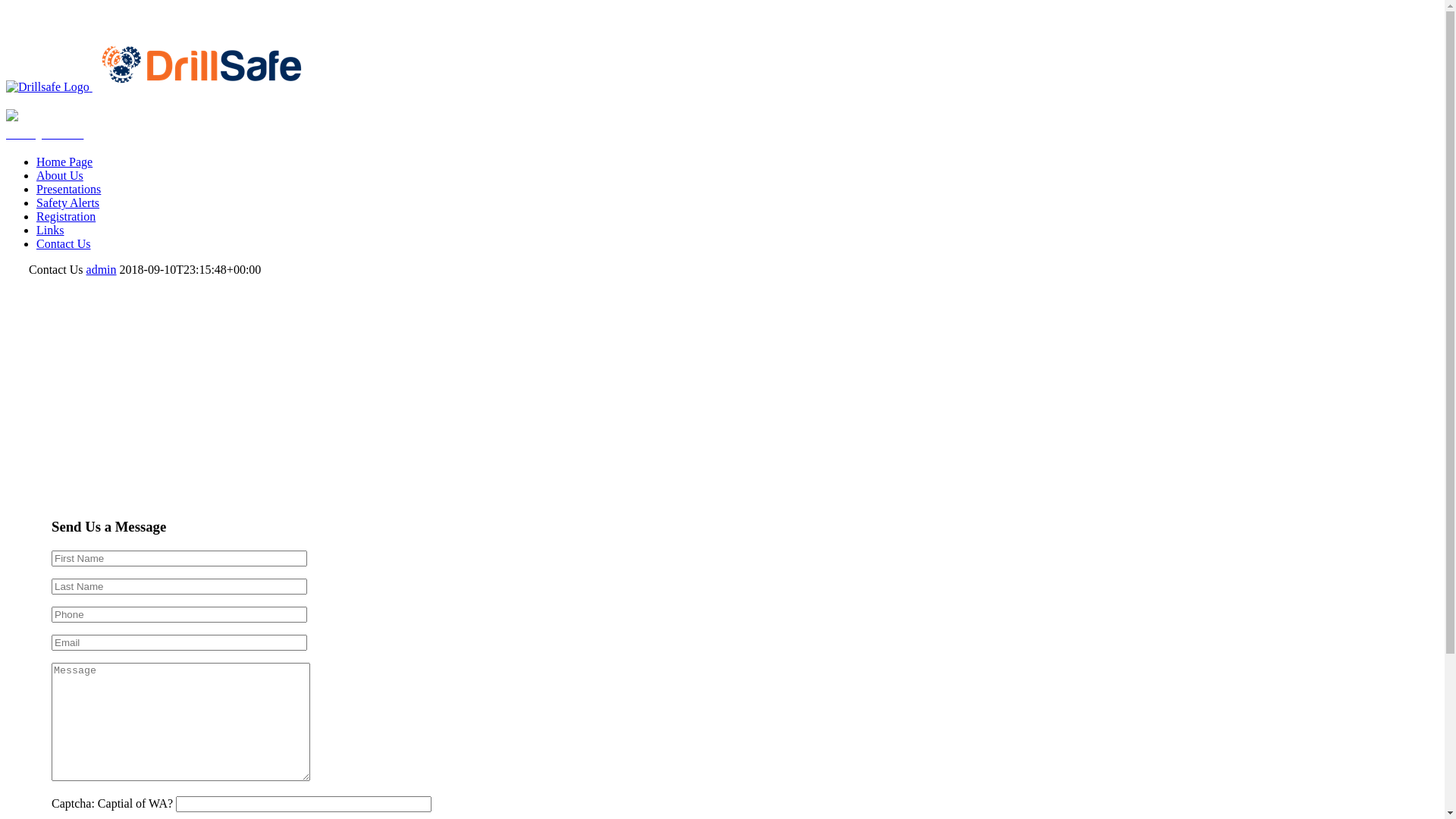 The width and height of the screenshot is (1456, 819). I want to click on 'Registration', so click(64, 216).